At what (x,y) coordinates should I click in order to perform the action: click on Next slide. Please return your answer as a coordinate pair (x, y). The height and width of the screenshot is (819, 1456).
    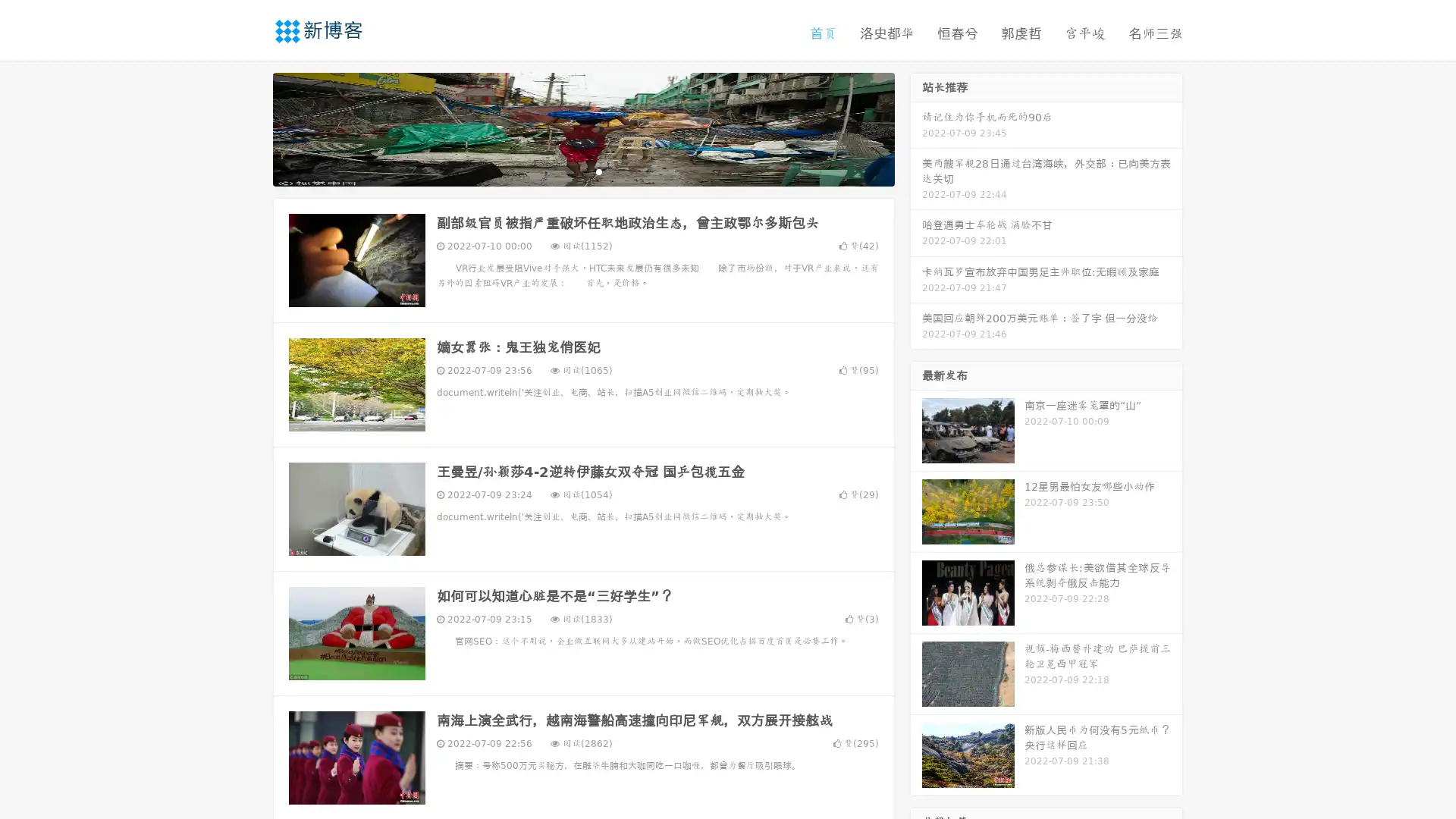
    Looking at the image, I should click on (916, 127).